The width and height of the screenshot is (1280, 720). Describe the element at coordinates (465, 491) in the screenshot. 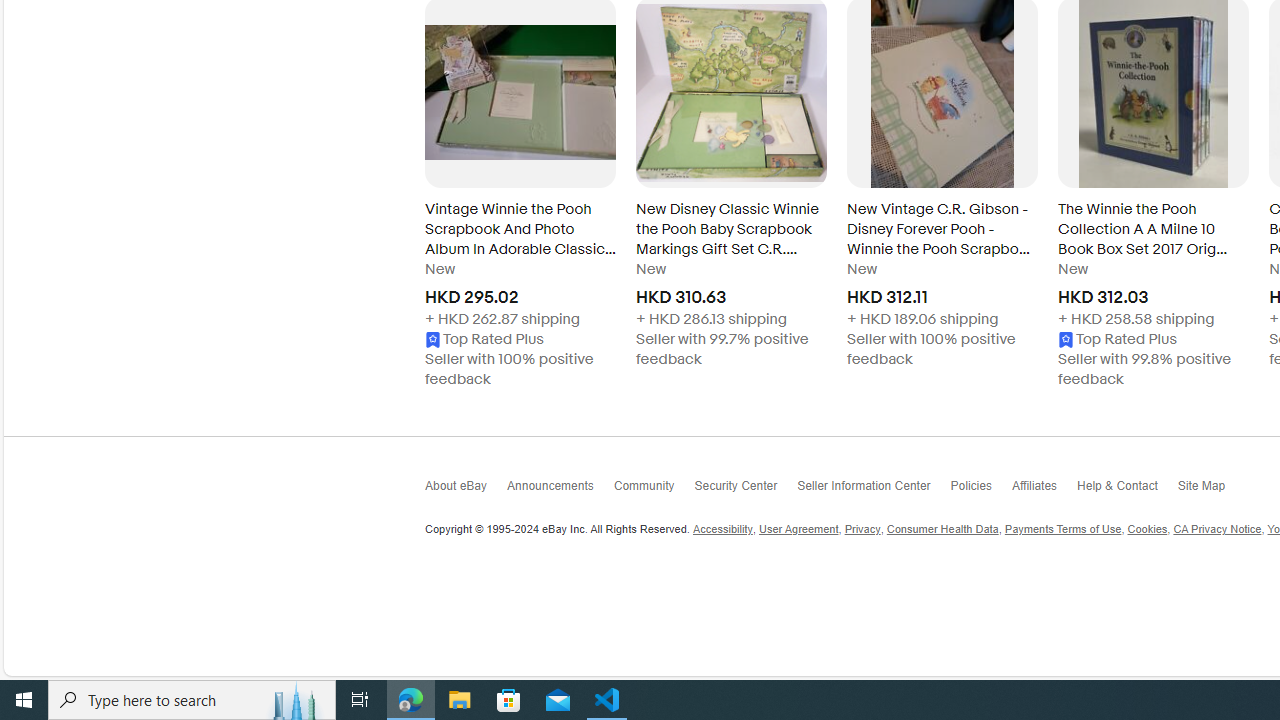

I see `'About eBay'` at that location.